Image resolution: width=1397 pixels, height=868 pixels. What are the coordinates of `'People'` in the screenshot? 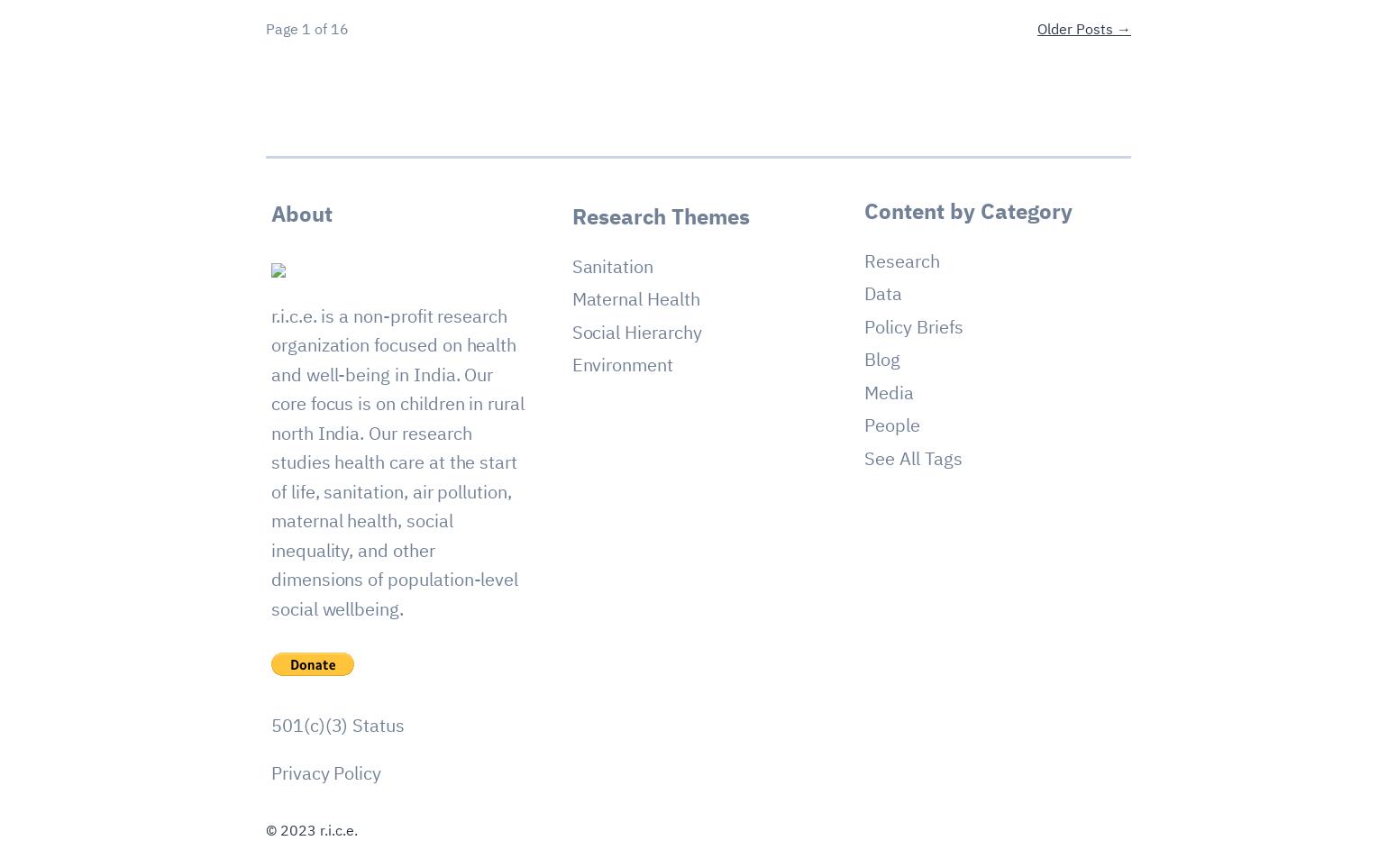 It's located at (890, 424).